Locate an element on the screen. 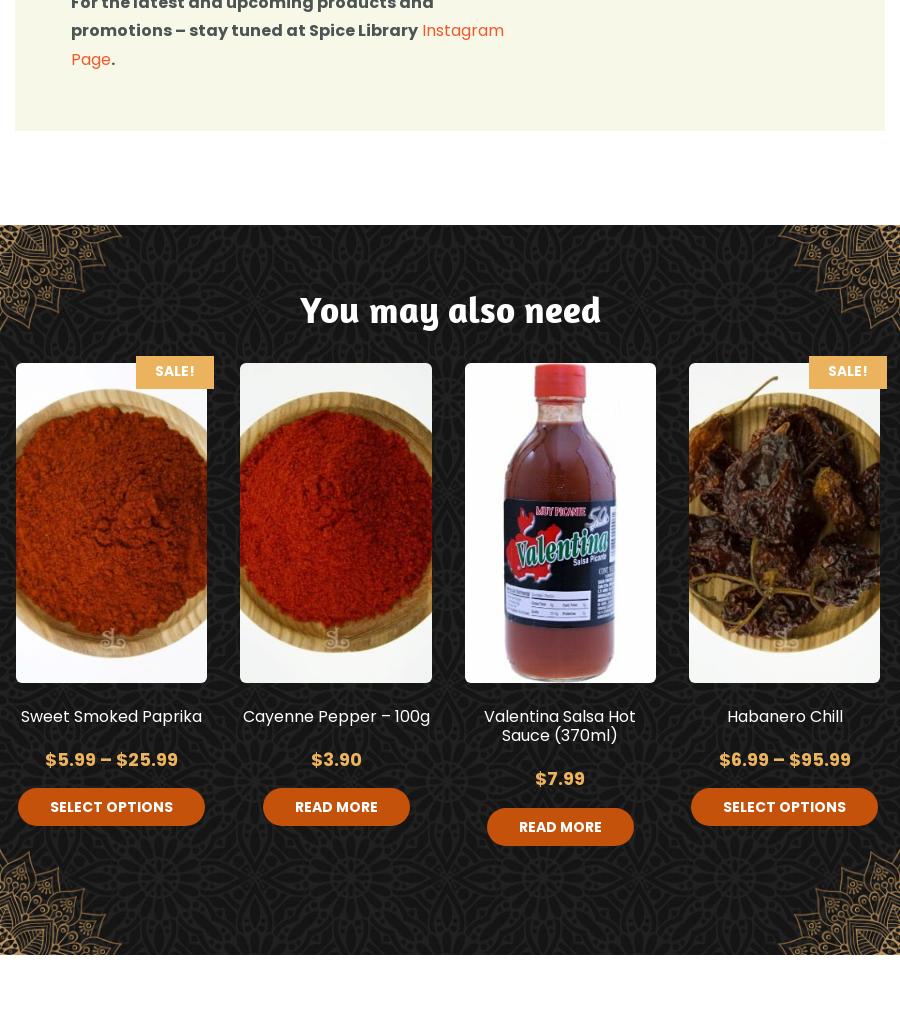  '7.99' is located at coordinates (566, 777).